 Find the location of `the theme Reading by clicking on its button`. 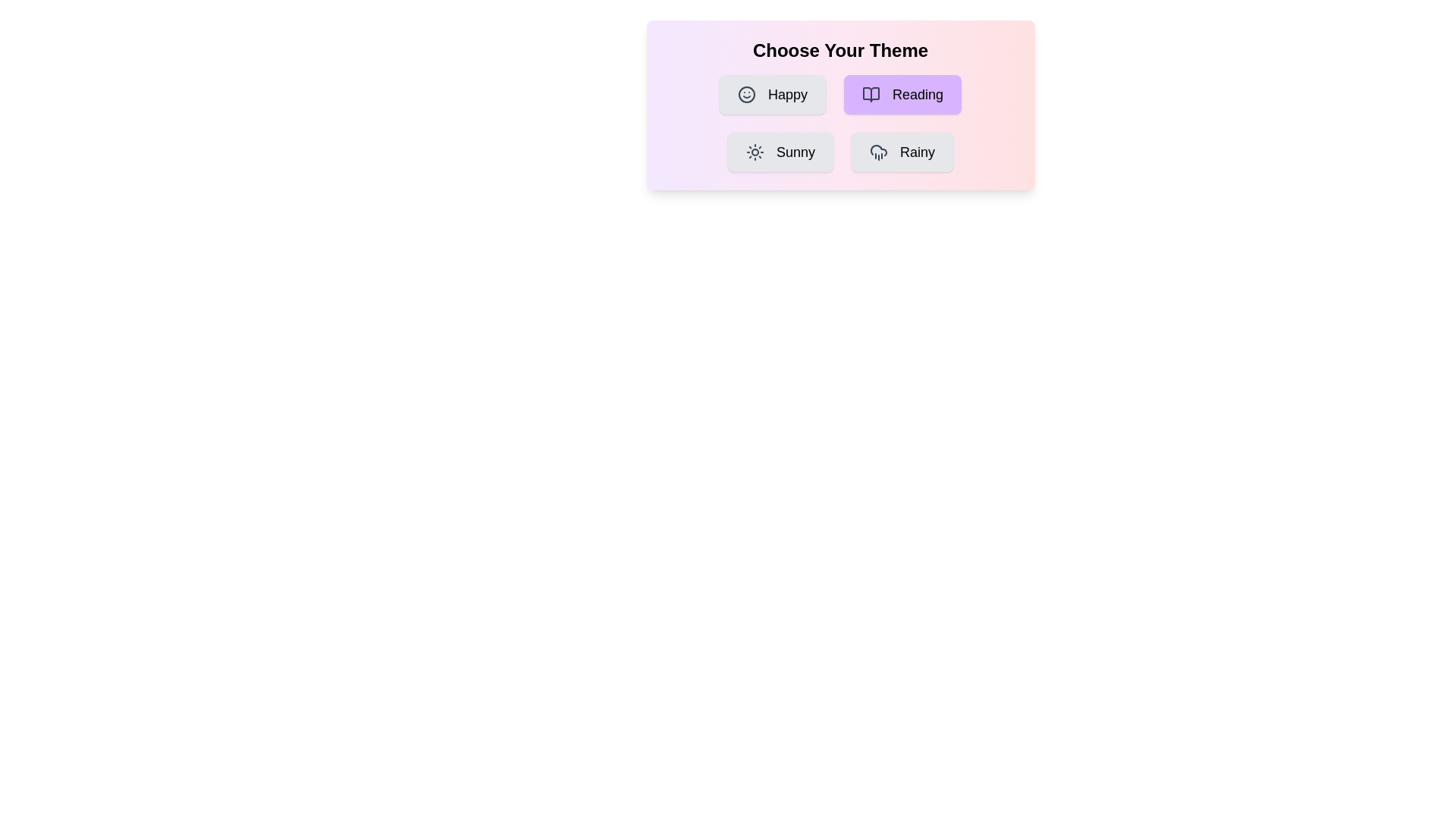

the theme Reading by clicking on its button is located at coordinates (902, 94).